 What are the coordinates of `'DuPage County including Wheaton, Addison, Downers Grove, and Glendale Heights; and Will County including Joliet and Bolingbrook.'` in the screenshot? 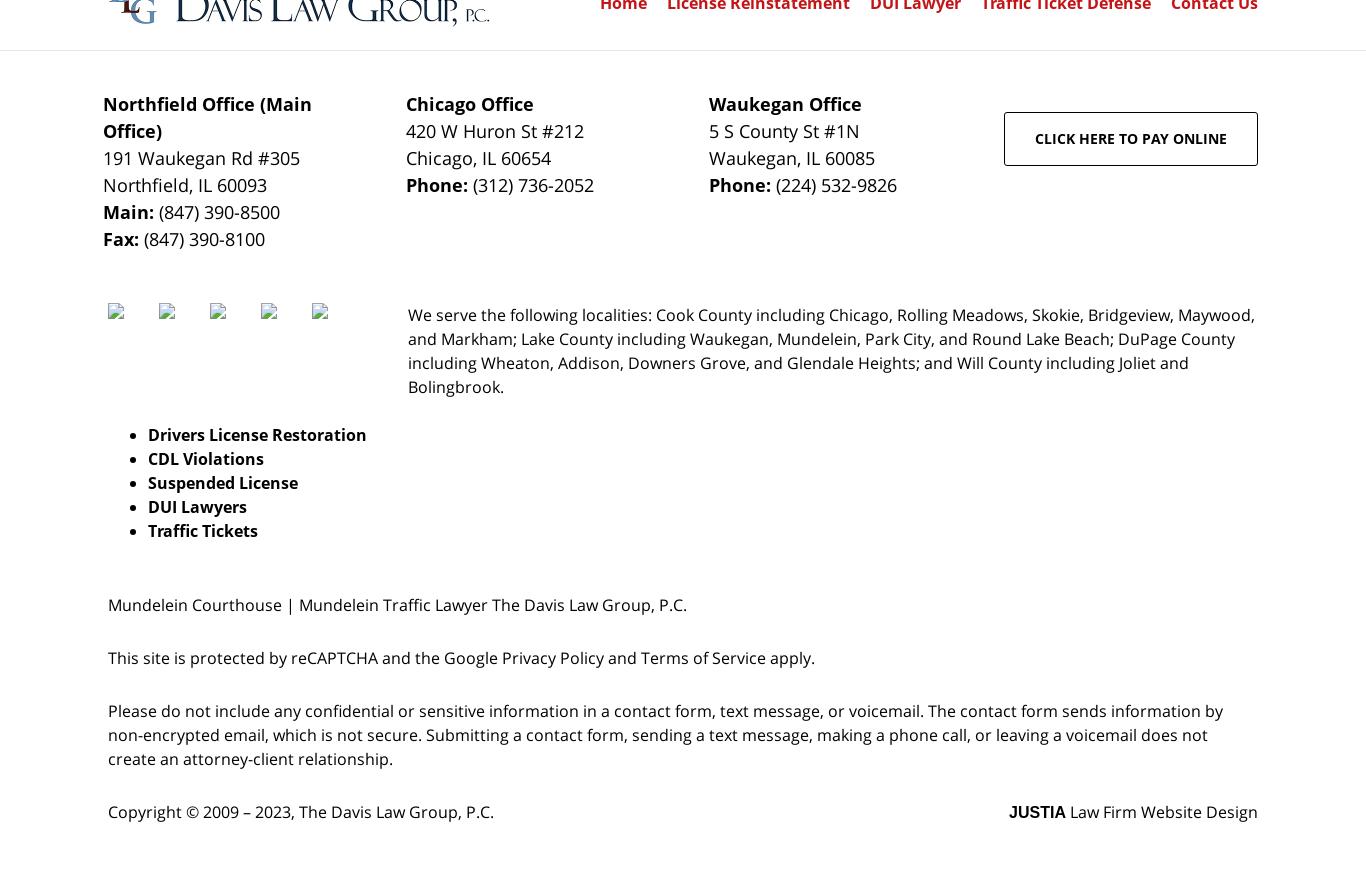 It's located at (407, 362).